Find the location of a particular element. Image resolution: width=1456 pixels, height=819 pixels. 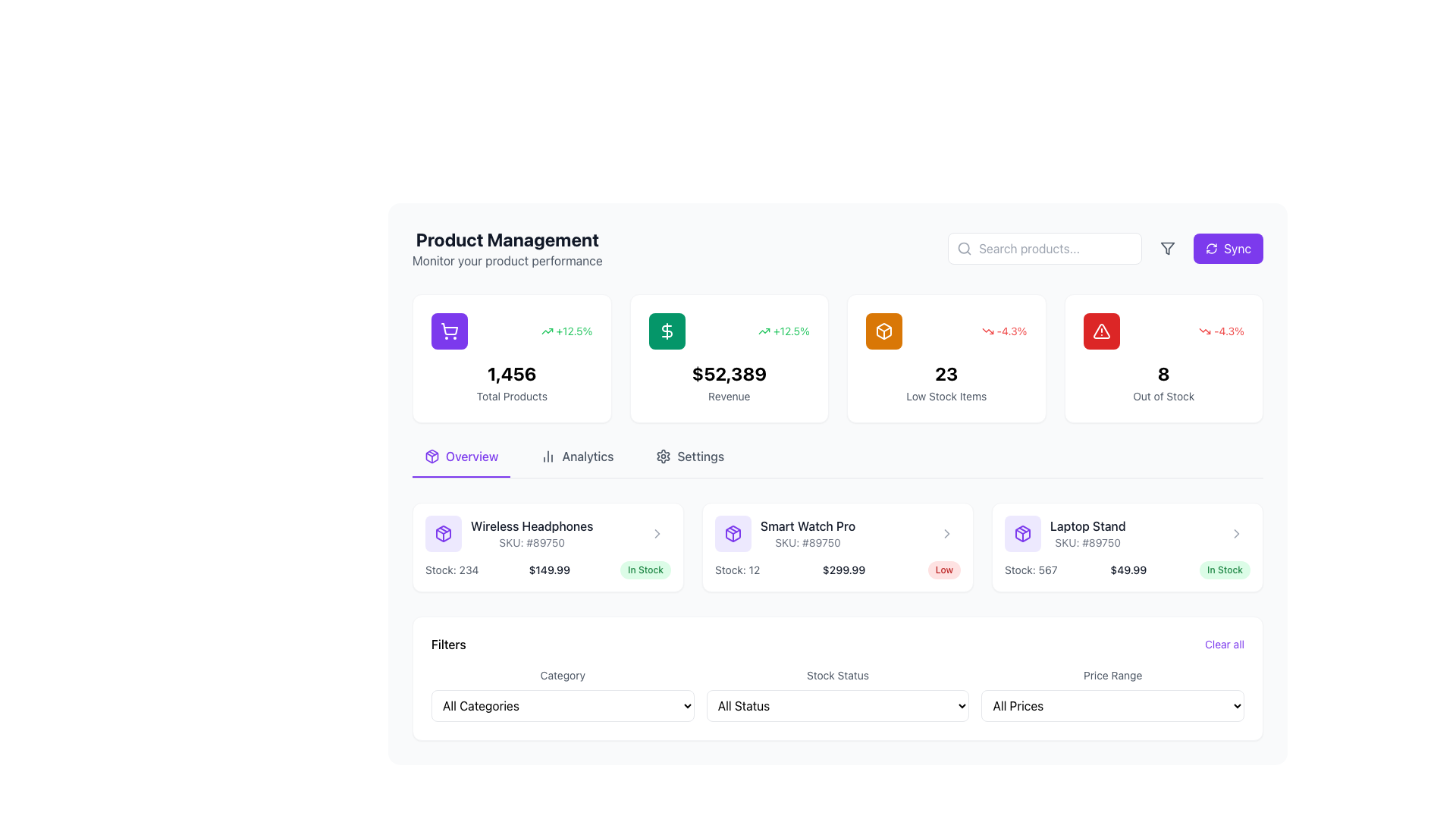

the Chevron icon for navigation located at the right edge of the 'Wireless Headphones' card is located at coordinates (657, 533).